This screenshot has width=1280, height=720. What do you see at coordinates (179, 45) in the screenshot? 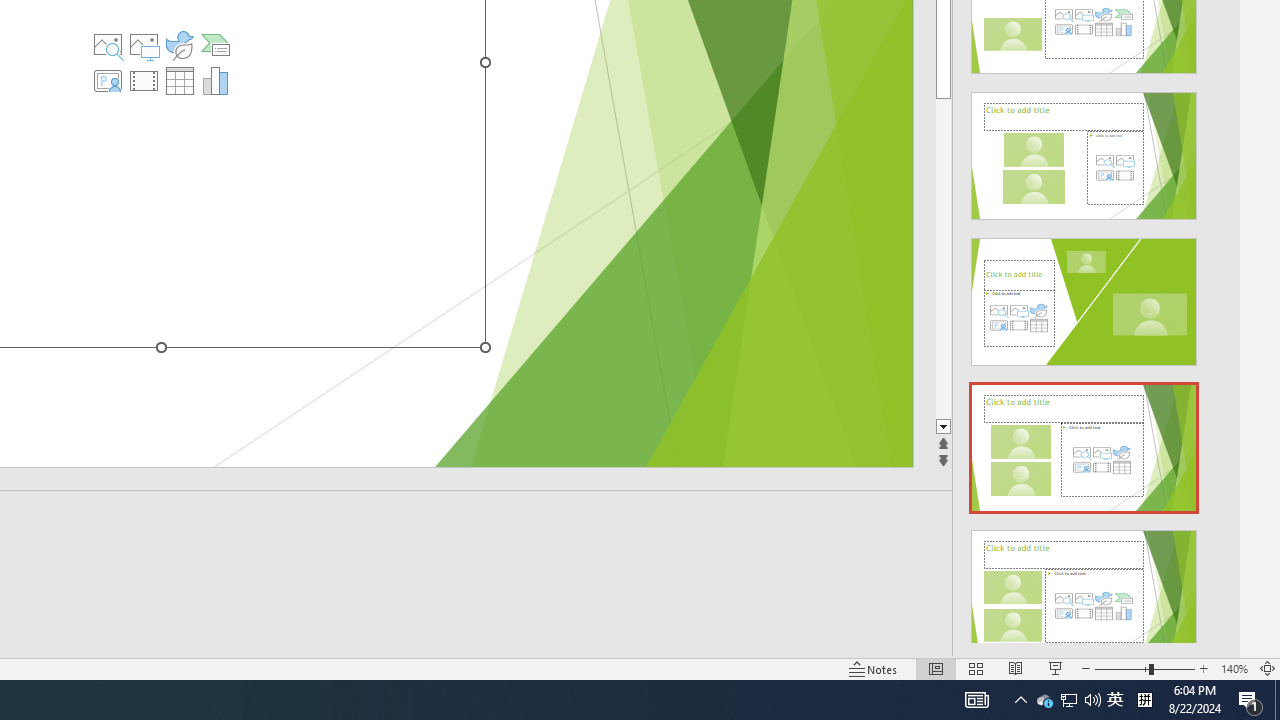
I see `'Insert an Icon'` at bounding box center [179, 45].